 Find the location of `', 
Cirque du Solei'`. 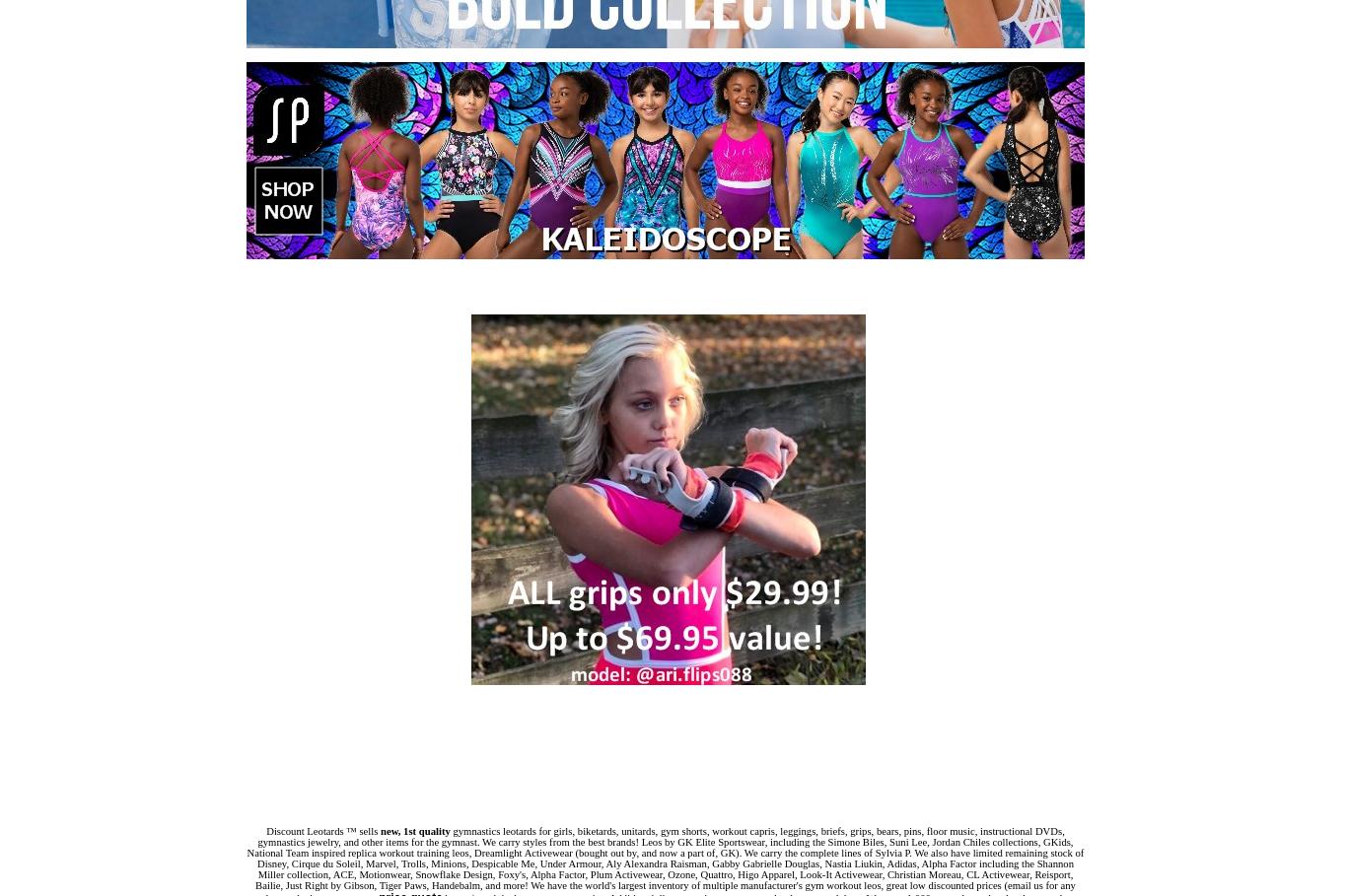

', 
Cirque du Solei' is located at coordinates (321, 863).